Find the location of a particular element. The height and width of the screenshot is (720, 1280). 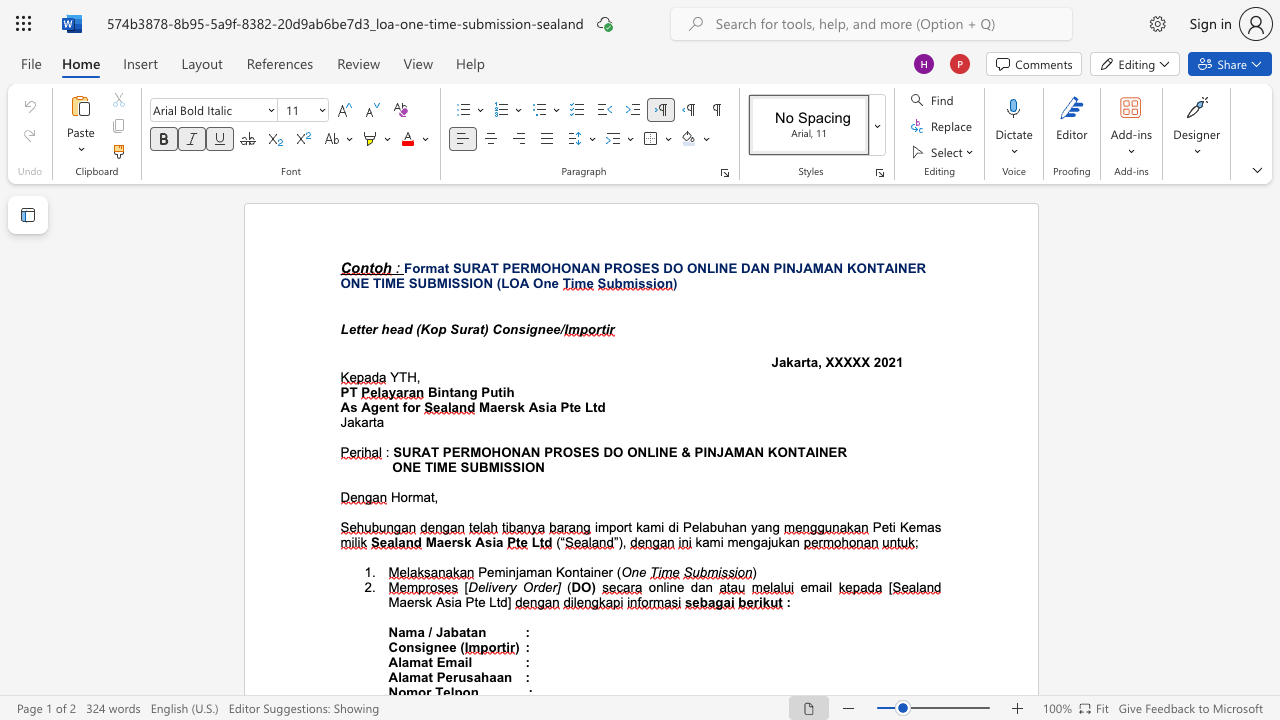

the subset text "igne" within the text "Letter head (Kop Surat) Consignee/" is located at coordinates (525, 328).